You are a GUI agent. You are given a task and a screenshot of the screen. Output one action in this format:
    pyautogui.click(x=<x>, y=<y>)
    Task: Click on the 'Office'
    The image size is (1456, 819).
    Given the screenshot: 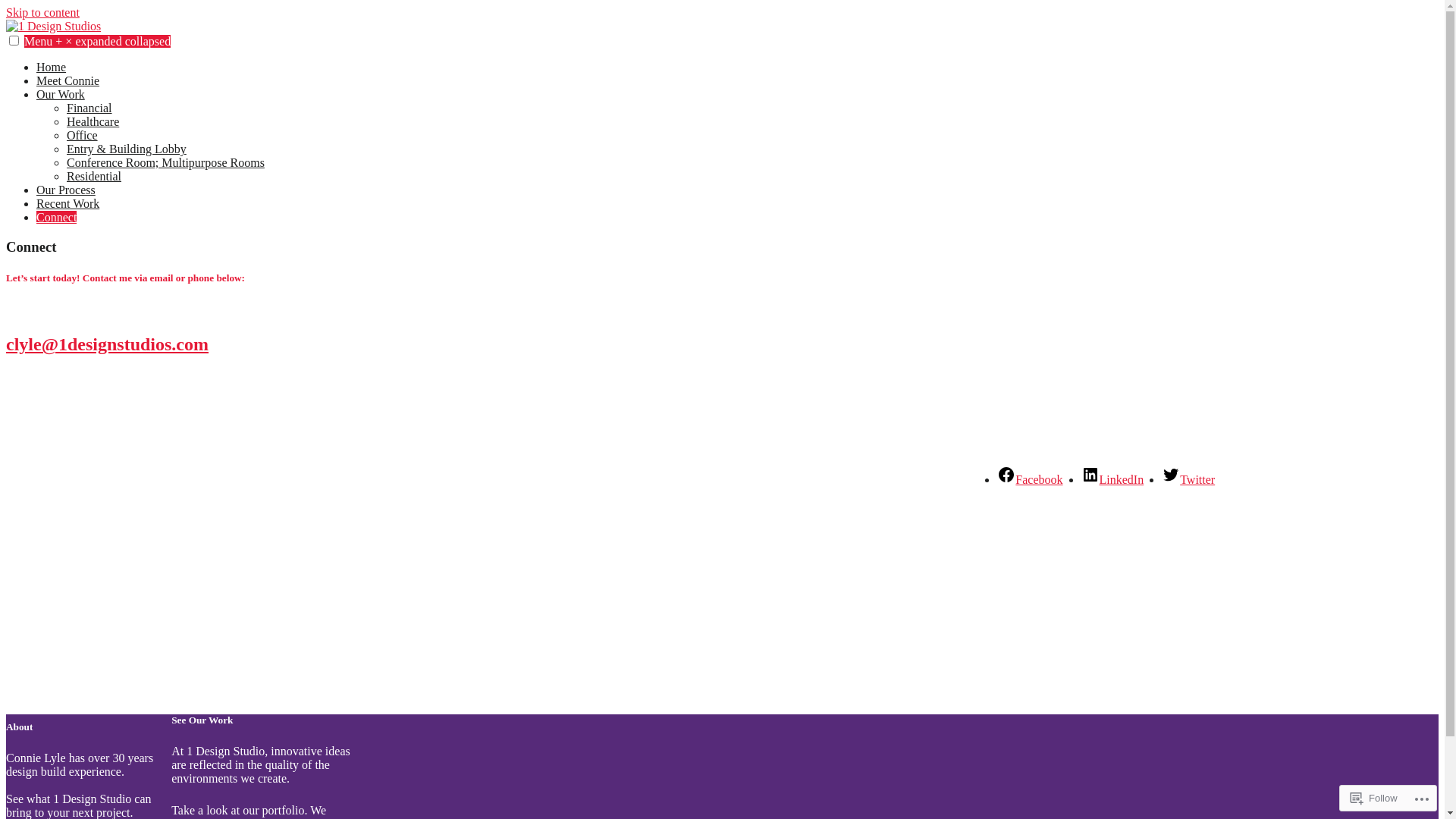 What is the action you would take?
    pyautogui.click(x=81, y=134)
    